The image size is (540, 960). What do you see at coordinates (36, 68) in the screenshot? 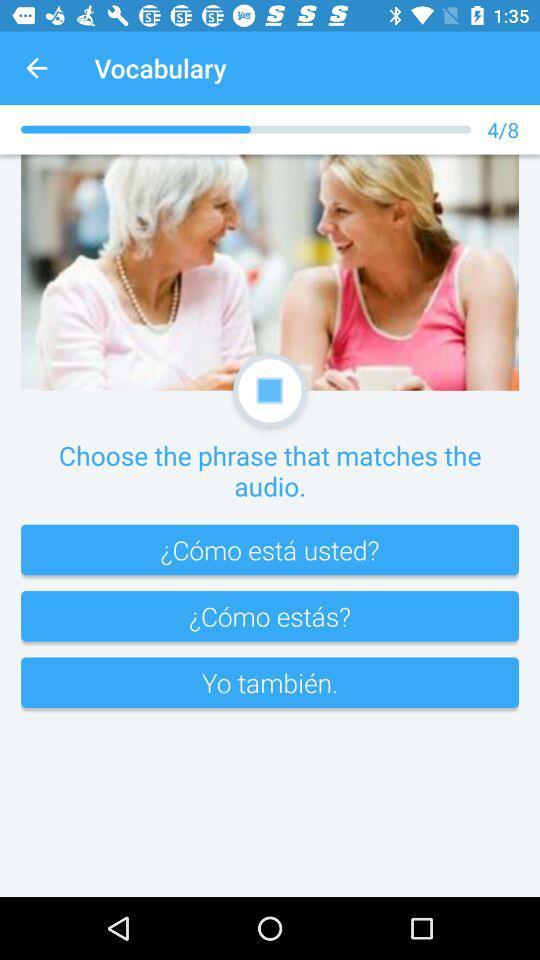
I see `icon next to vocabulary` at bounding box center [36, 68].